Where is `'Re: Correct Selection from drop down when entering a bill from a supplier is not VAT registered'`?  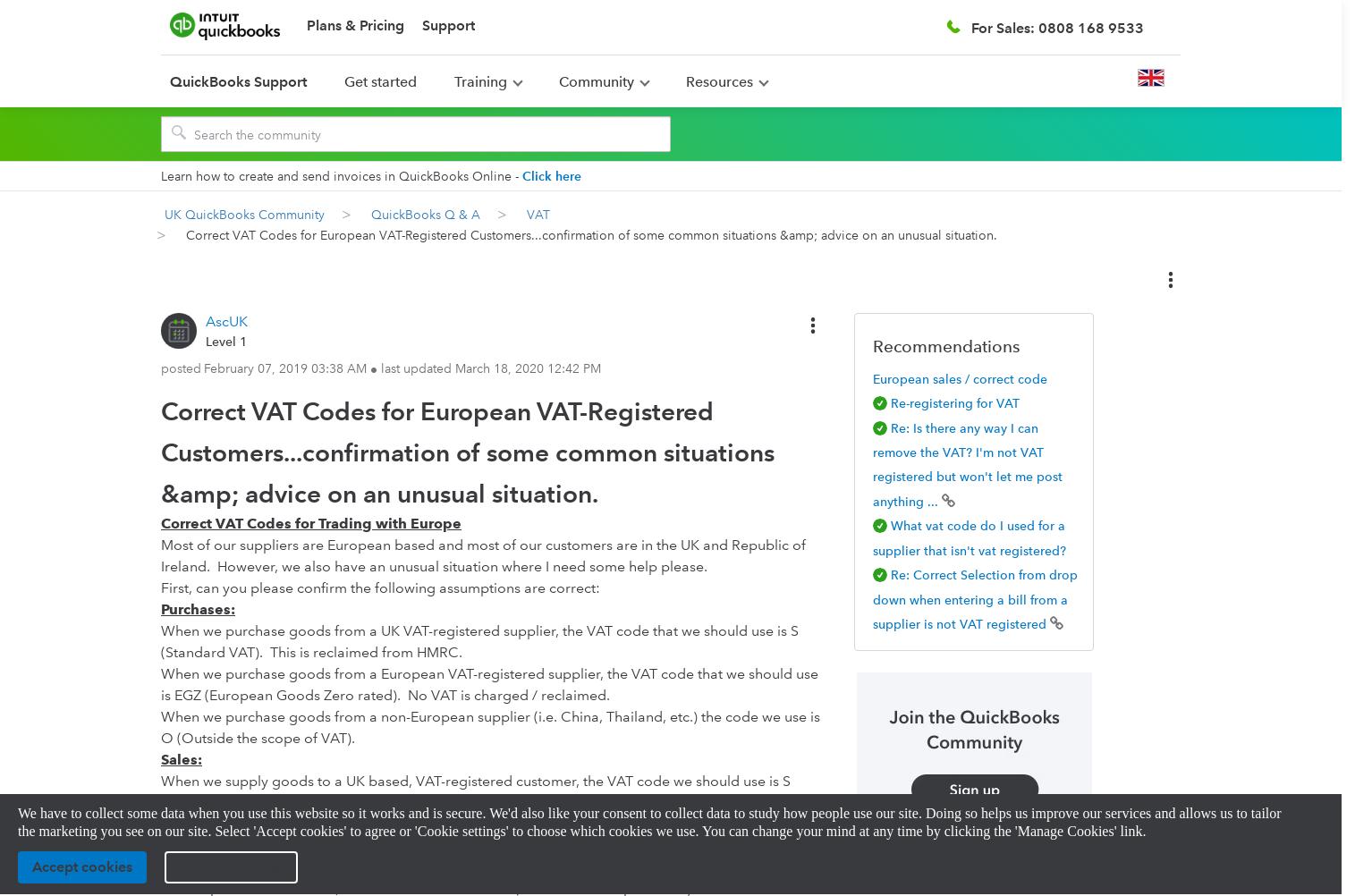 'Re: Correct Selection from drop down when entering a bill from a supplier is not VAT registered' is located at coordinates (974, 599).